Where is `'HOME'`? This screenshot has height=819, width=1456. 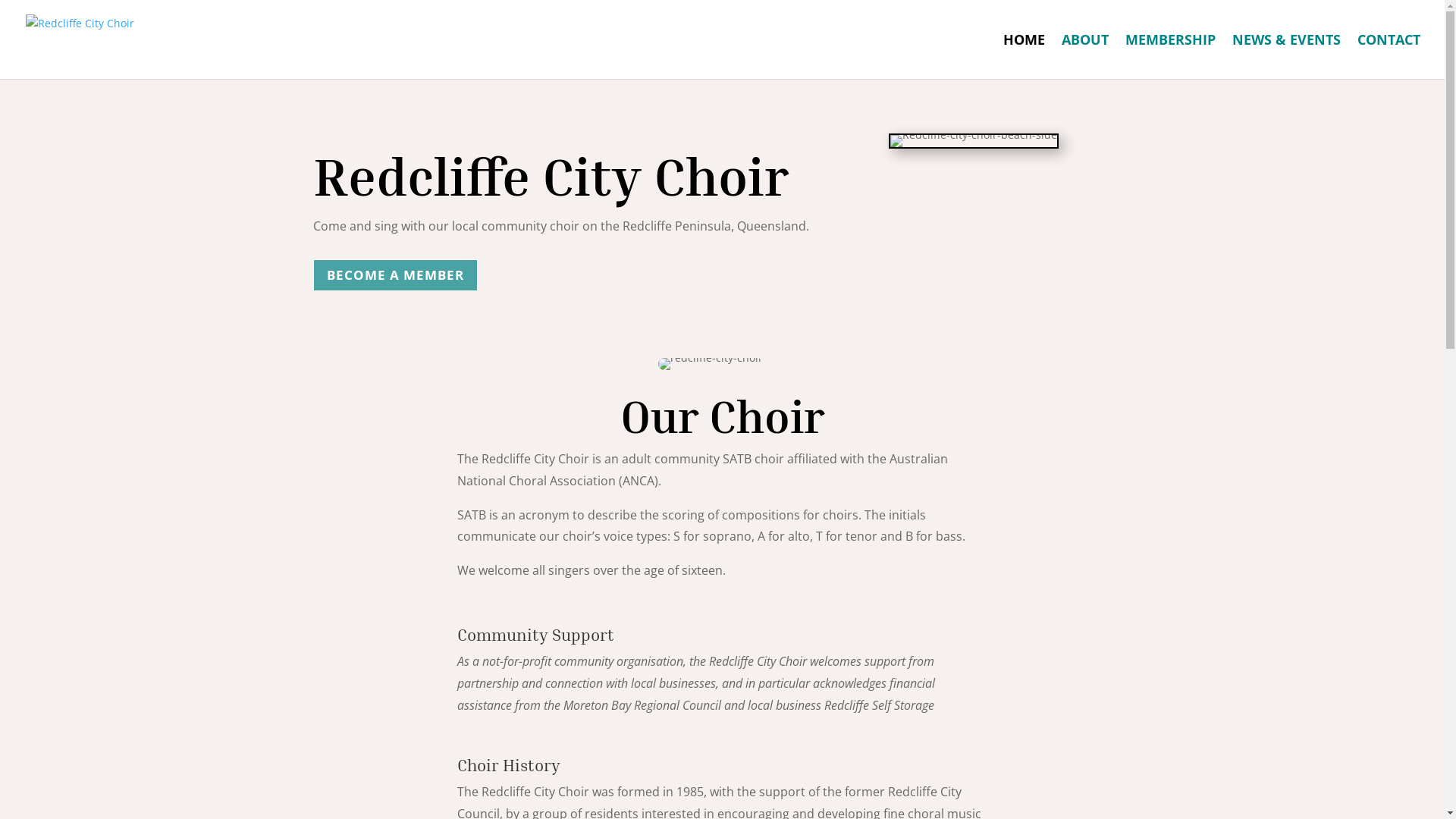
'HOME' is located at coordinates (1024, 55).